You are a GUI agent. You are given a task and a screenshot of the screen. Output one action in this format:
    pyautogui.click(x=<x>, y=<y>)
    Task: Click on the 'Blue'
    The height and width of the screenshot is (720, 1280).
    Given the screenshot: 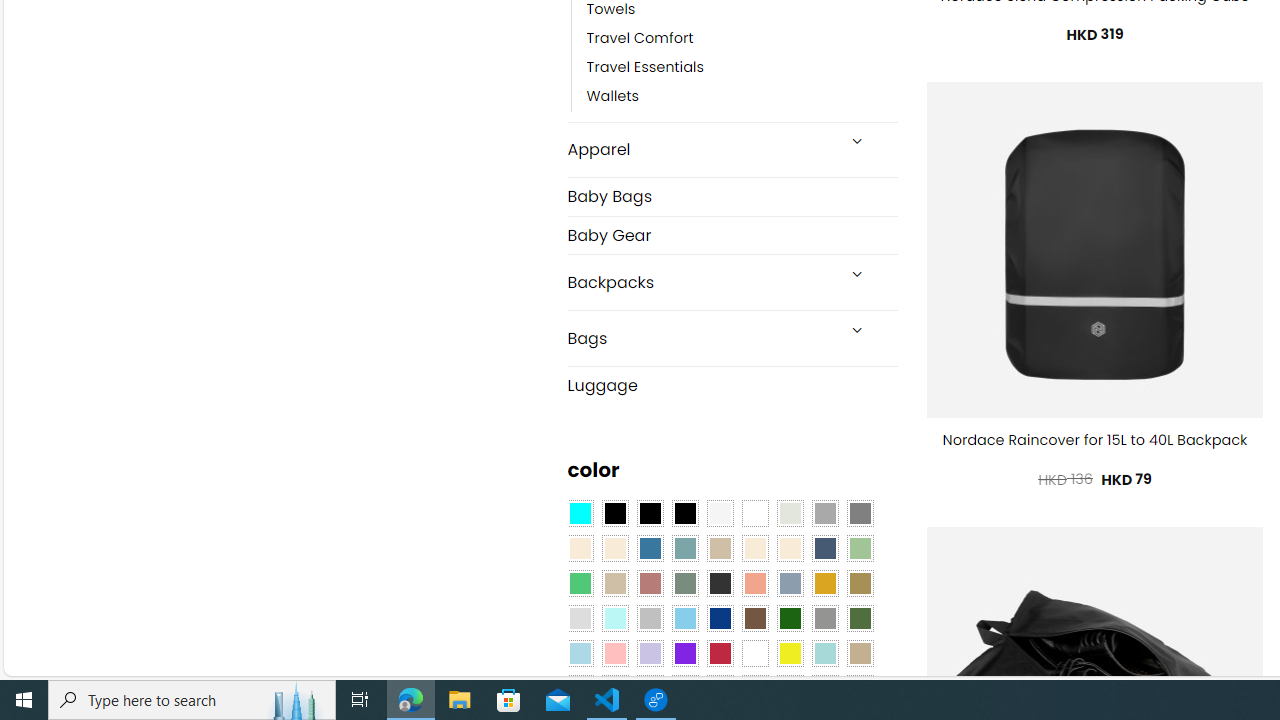 What is the action you would take?
    pyautogui.click(x=650, y=549)
    